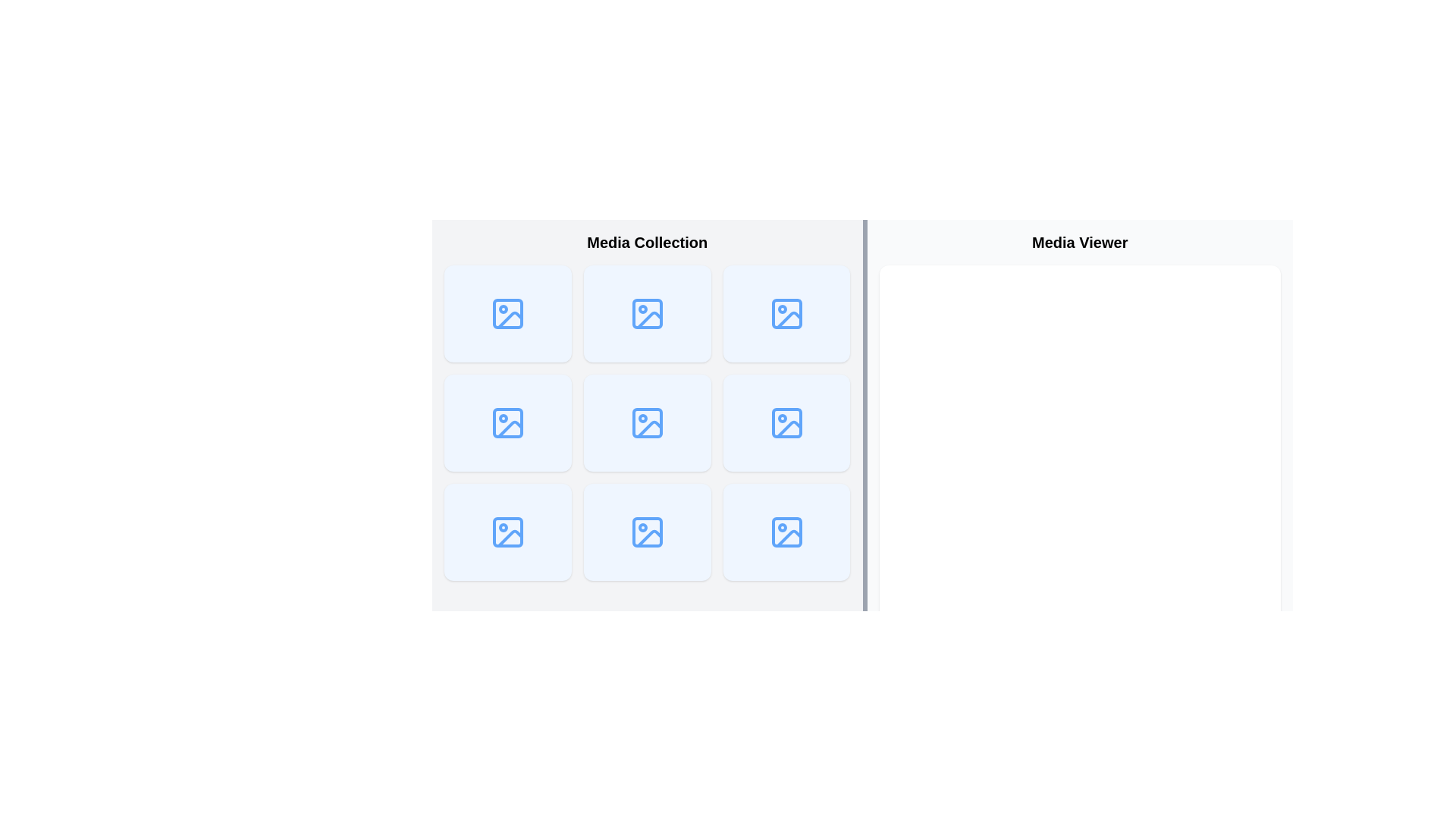 This screenshot has height=819, width=1456. What do you see at coordinates (507, 423) in the screenshot?
I see `the icon representing a media or gallery functionality, located in the fourth position of a 3x3 grid under the 'Media Collection' header` at bounding box center [507, 423].